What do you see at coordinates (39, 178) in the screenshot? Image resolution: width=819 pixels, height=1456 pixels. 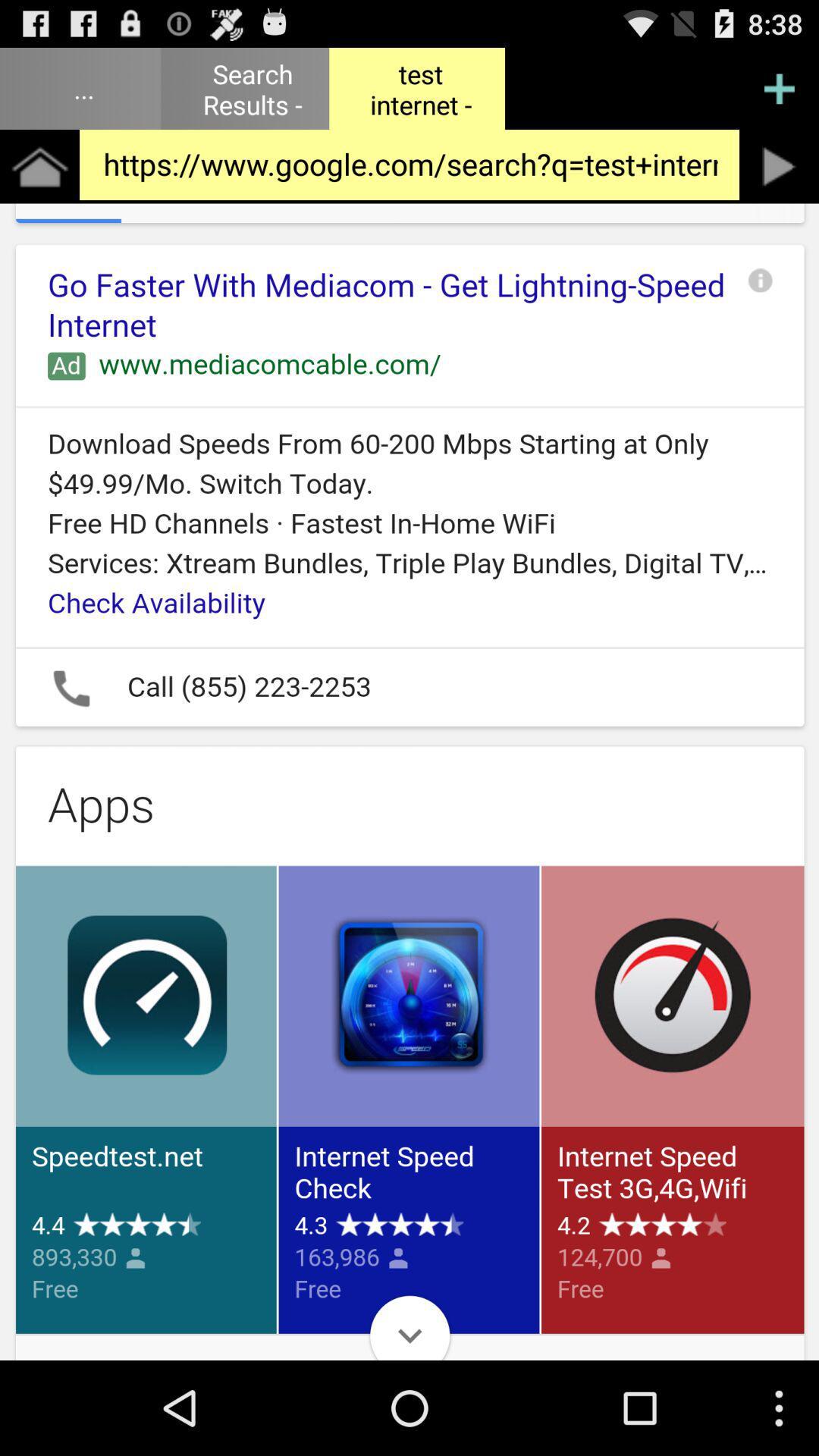 I see `the home icon` at bounding box center [39, 178].